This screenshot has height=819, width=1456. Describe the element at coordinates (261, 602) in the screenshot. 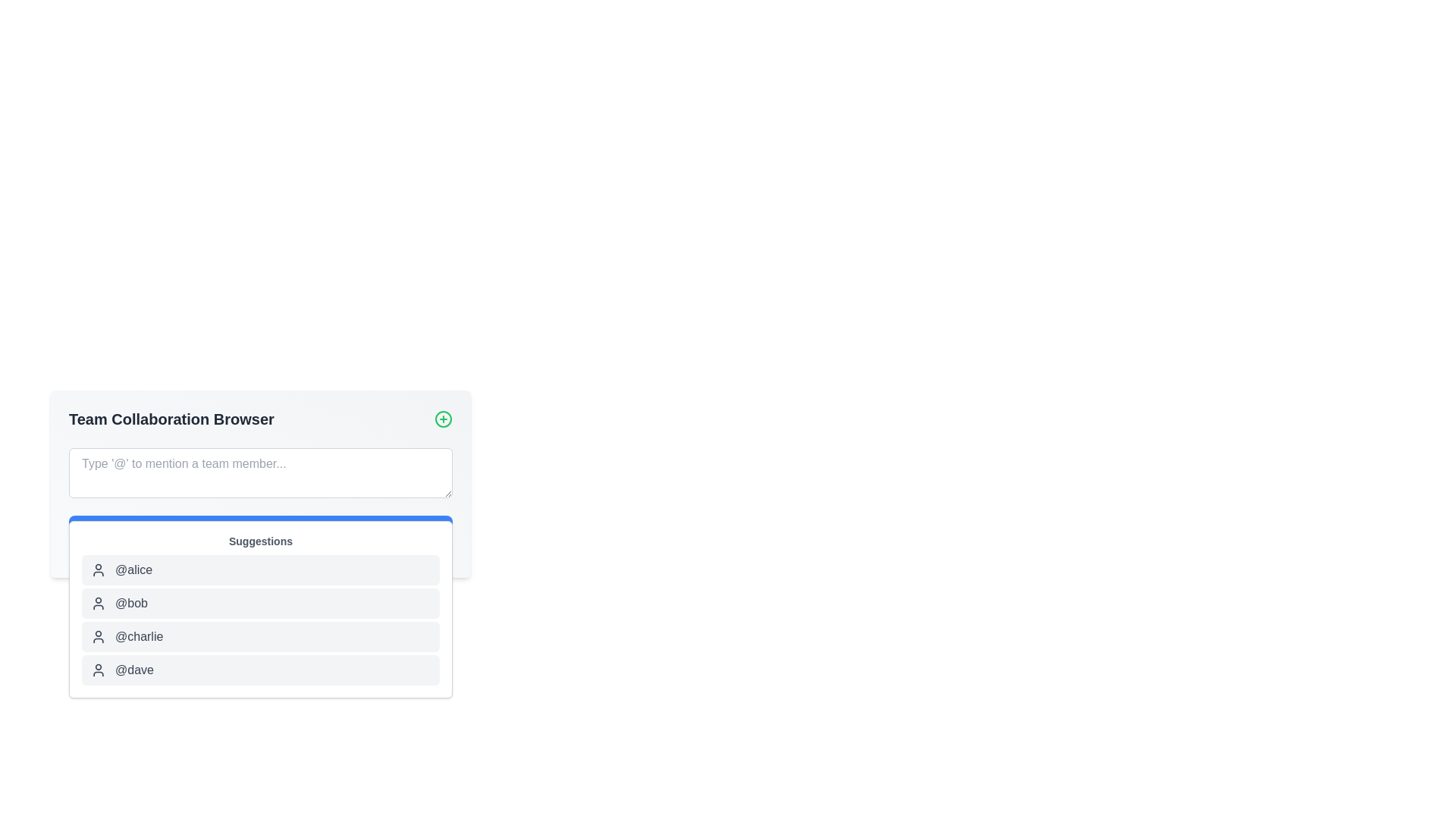

I see `the list item containing the user icon and text '@bob'` at that location.